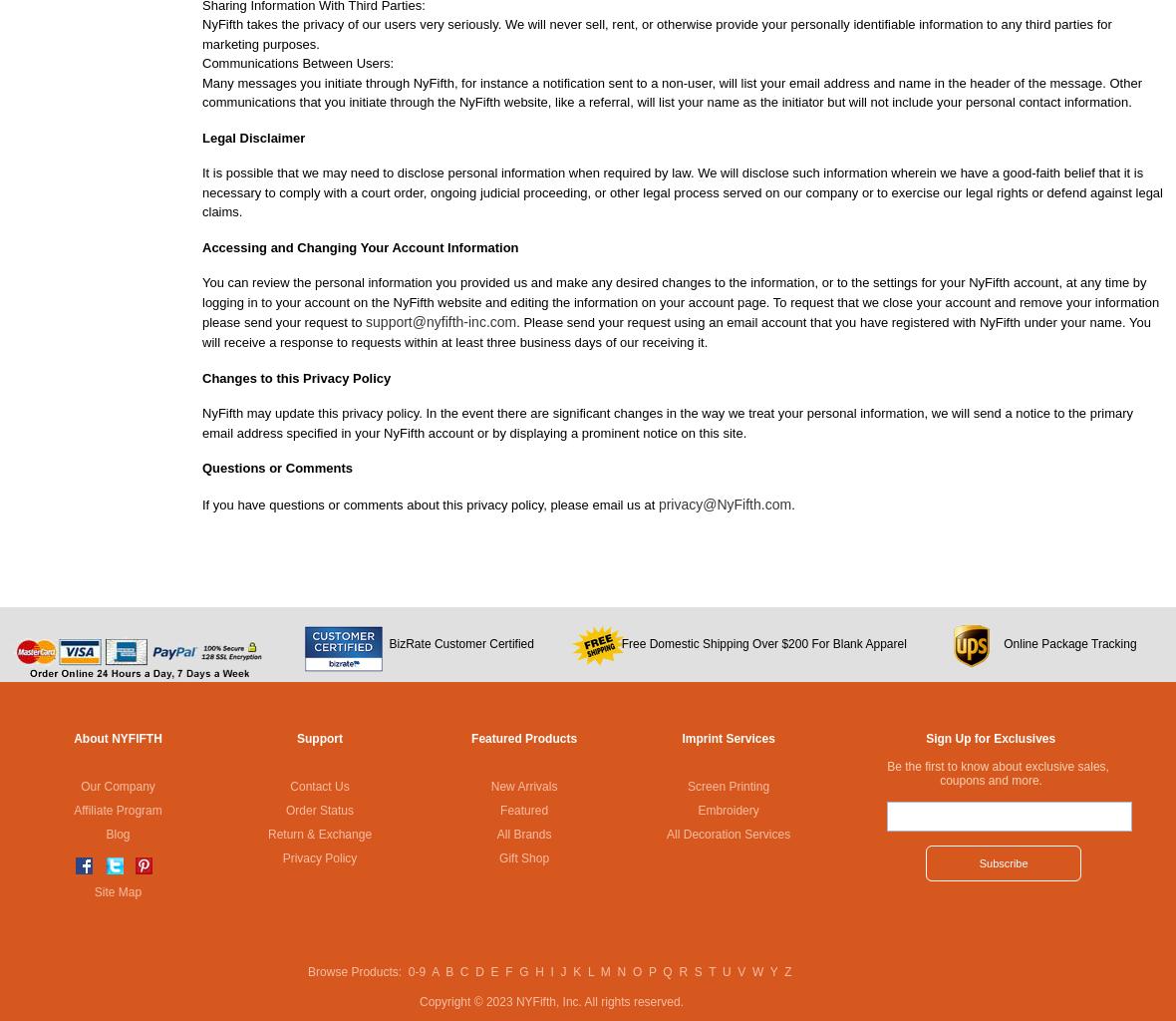 Image resolution: width=1176 pixels, height=1021 pixels. Describe the element at coordinates (635, 971) in the screenshot. I see `'O'` at that location.